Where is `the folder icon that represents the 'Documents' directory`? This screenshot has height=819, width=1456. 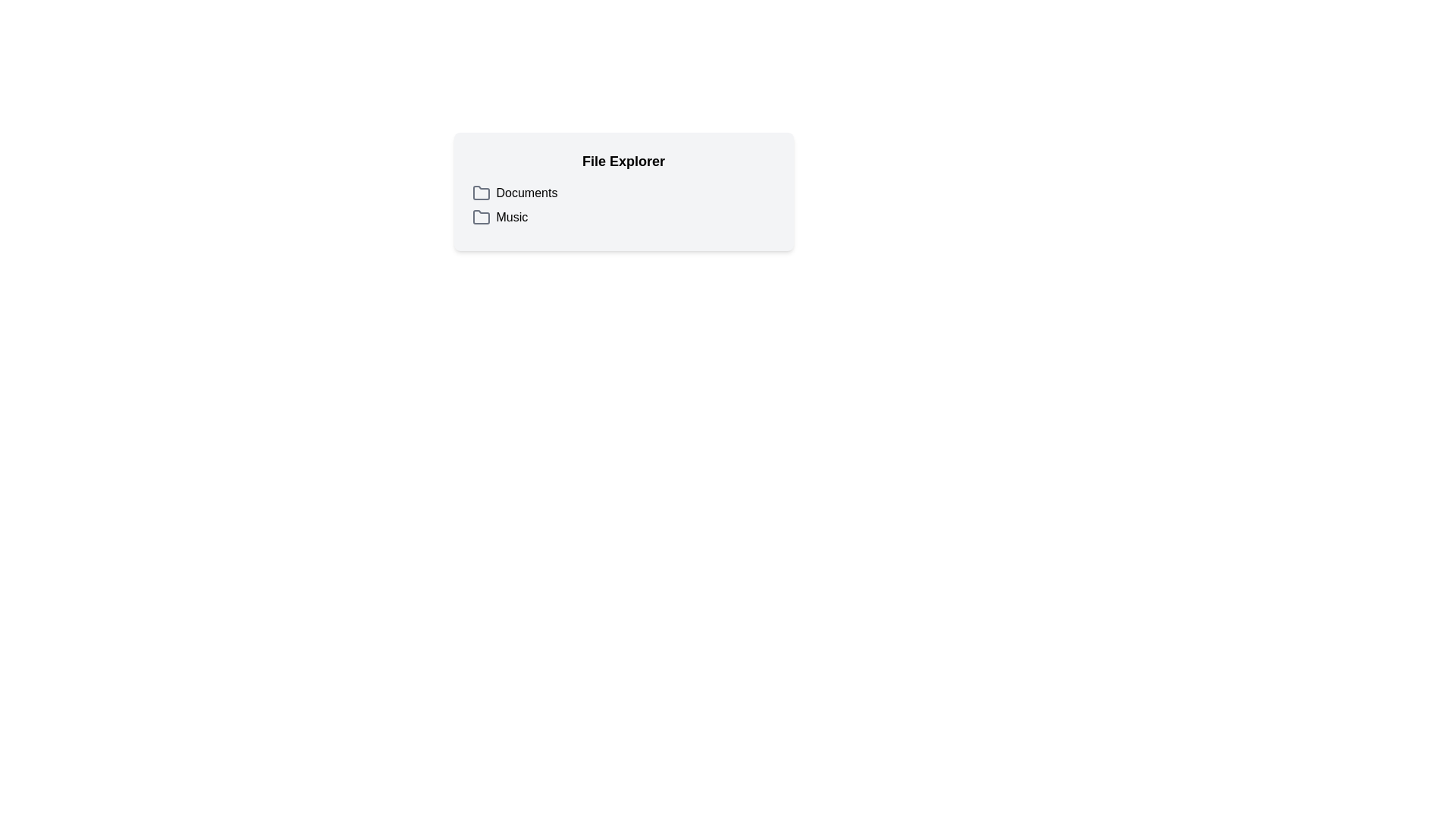 the folder icon that represents the 'Documents' directory is located at coordinates (480, 192).